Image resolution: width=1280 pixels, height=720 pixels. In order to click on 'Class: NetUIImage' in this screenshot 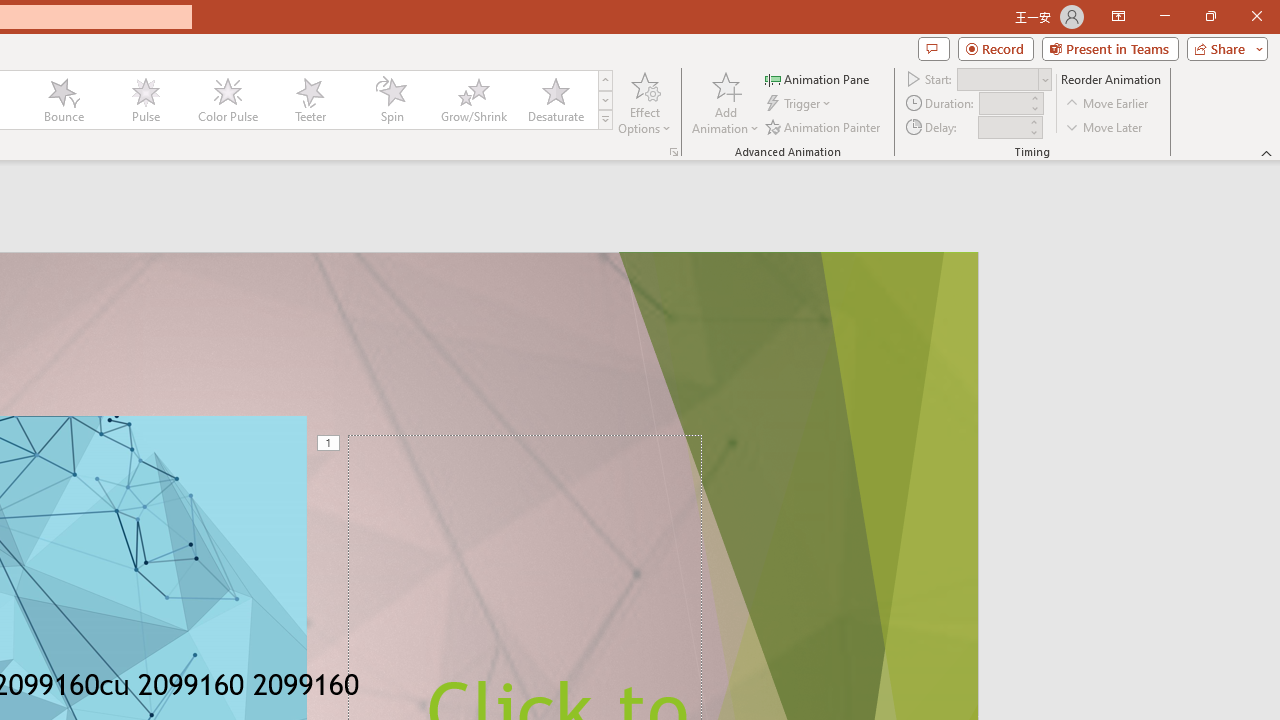, I will do `click(605, 119)`.